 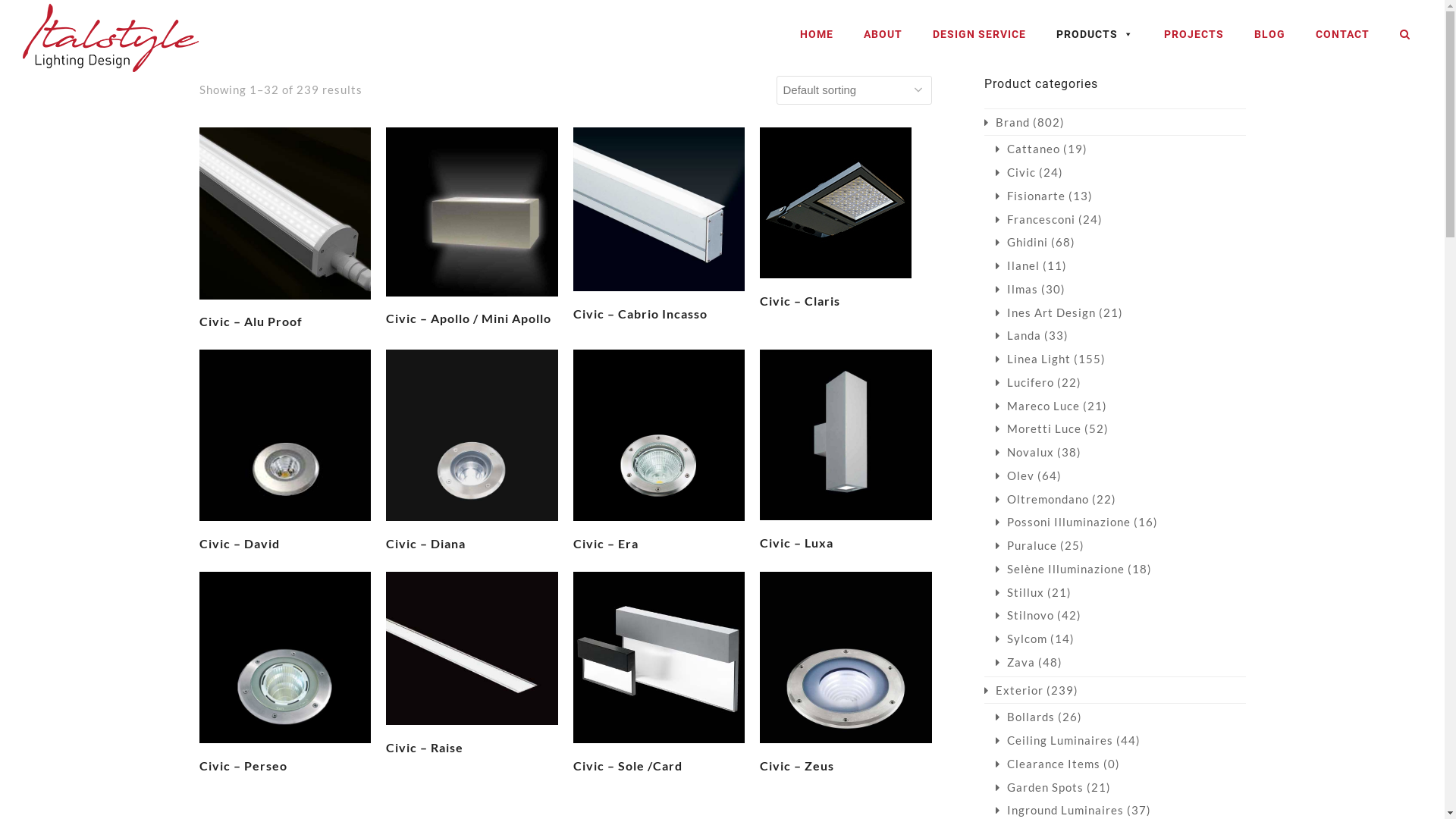 What do you see at coordinates (1019, 591) in the screenshot?
I see `'Stillux'` at bounding box center [1019, 591].